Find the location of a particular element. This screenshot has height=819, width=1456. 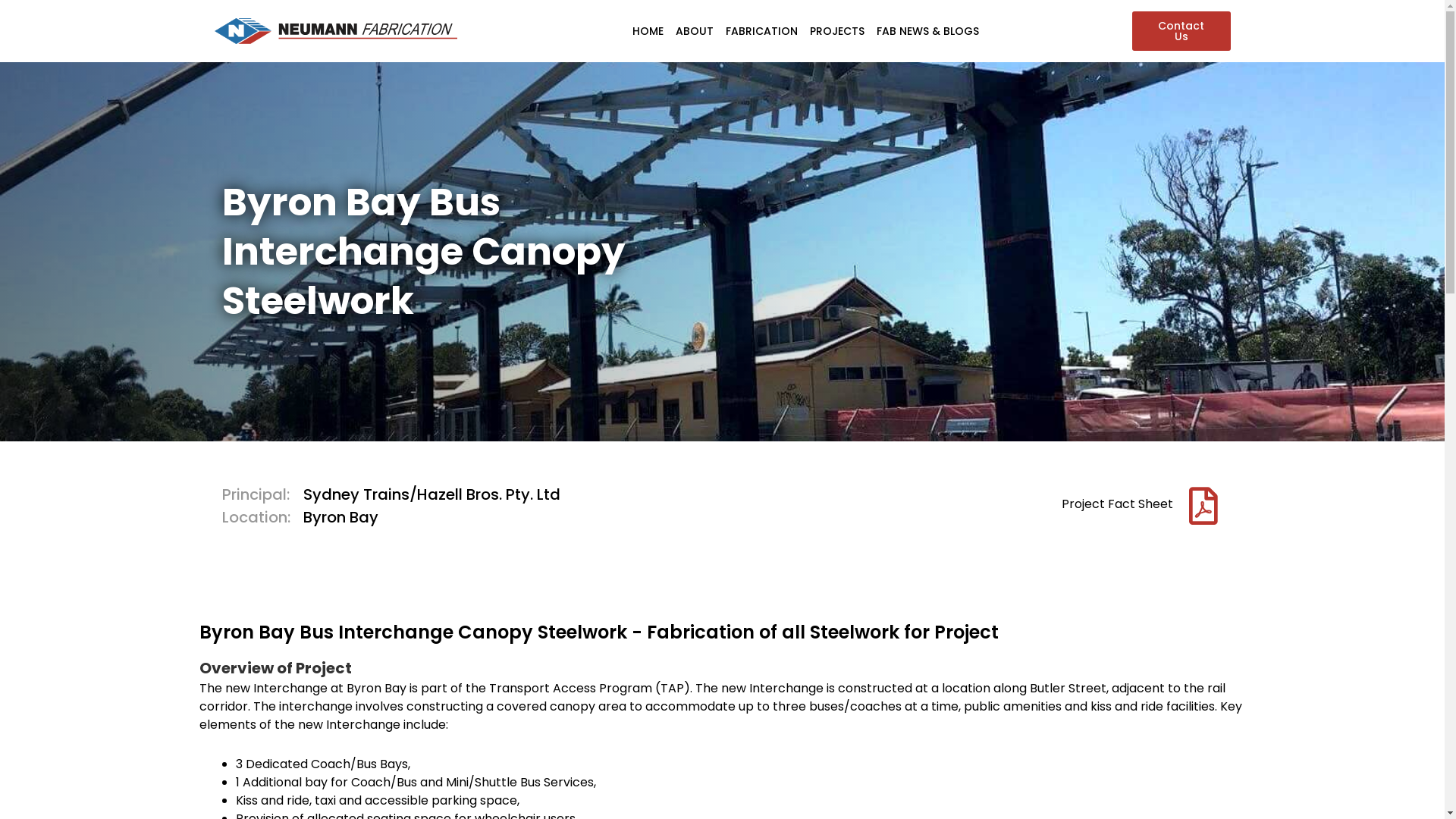

'ABOUT' is located at coordinates (694, 31).